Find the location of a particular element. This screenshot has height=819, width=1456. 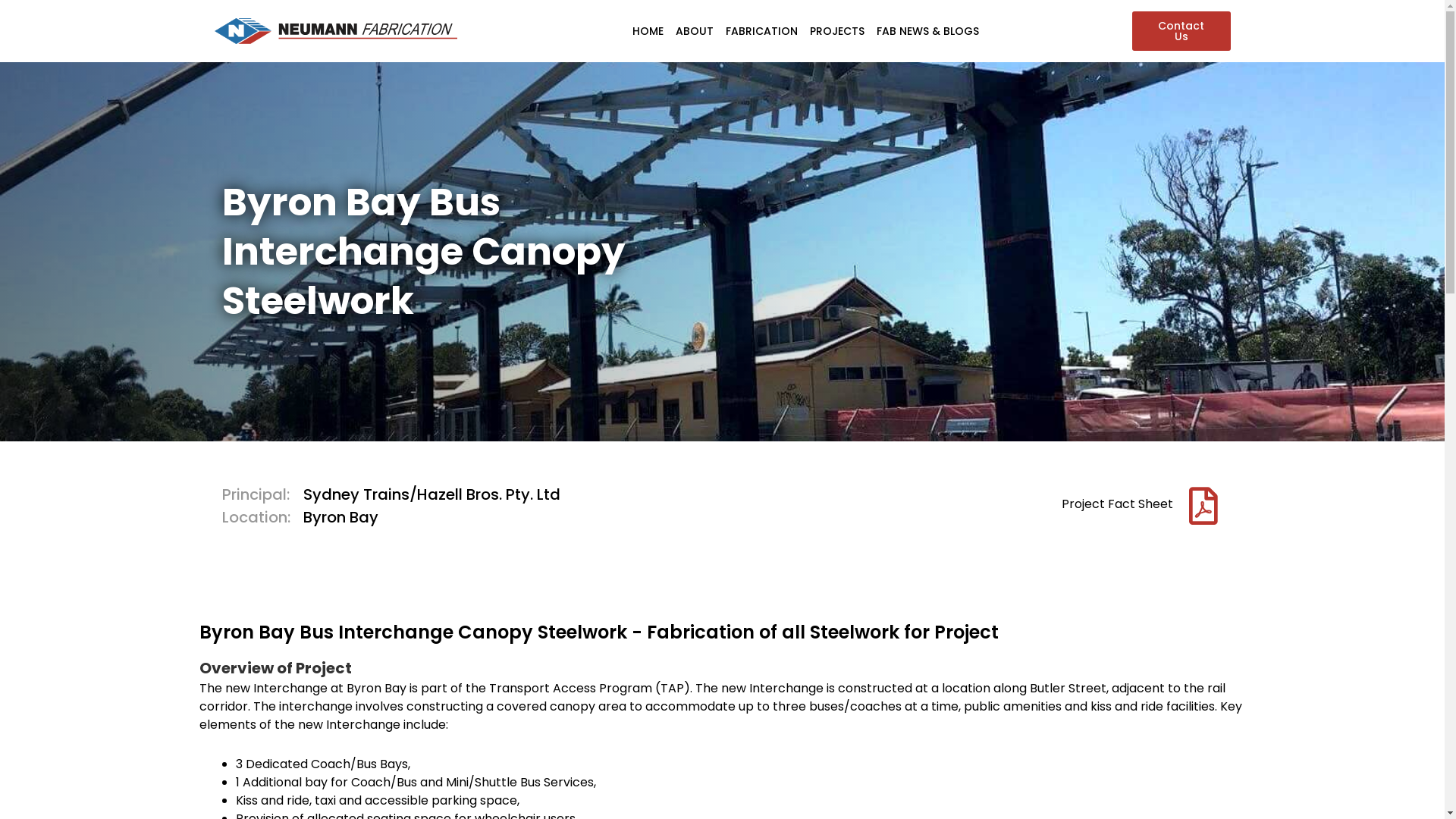

'ABOUT' is located at coordinates (694, 31).